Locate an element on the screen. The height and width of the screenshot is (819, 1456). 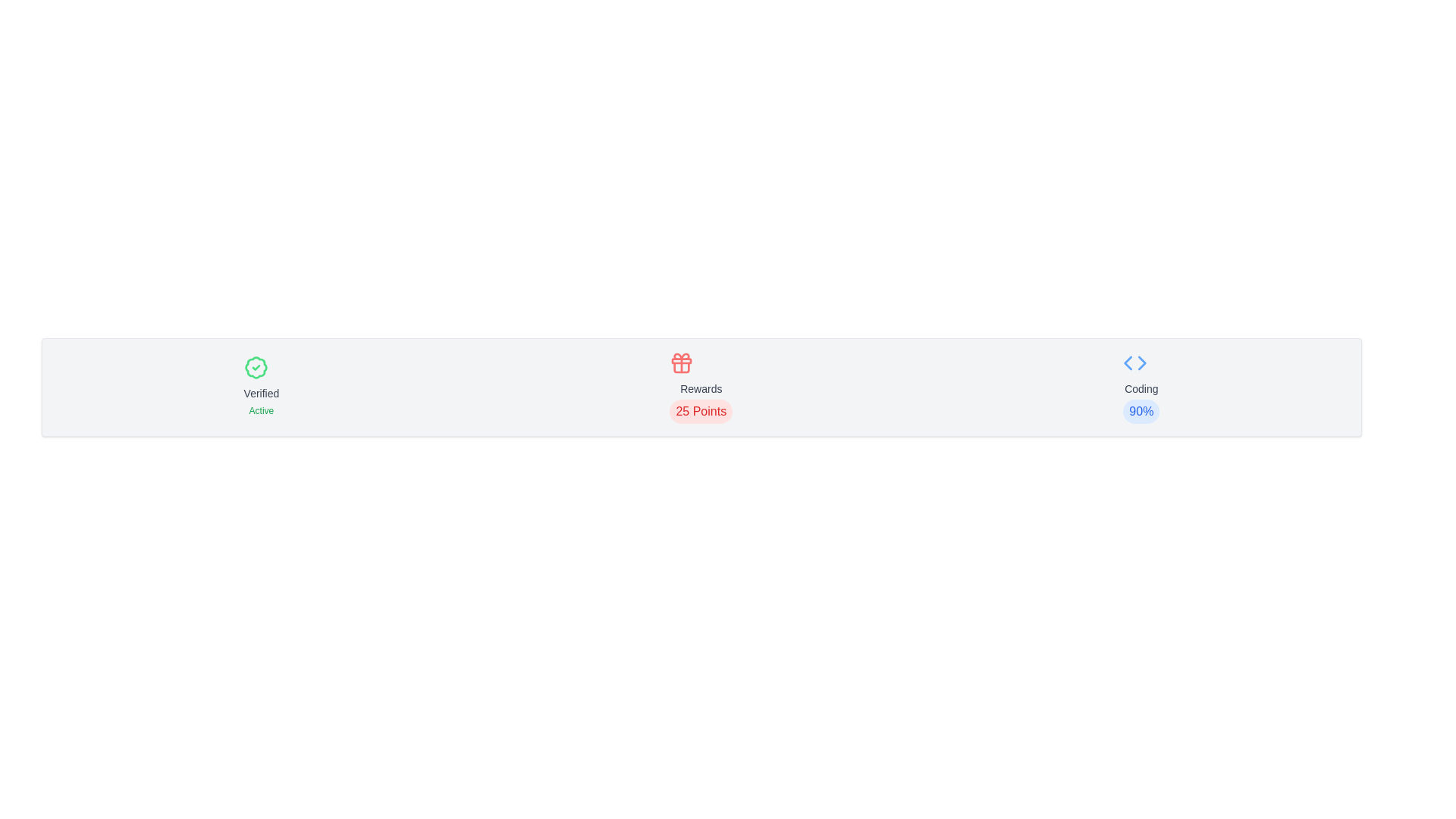
the circular badge with a green outline and central checkmark symbol, which signifies a verified status, located in the left section of the layout above the text 'Verified' and 'Active' is located at coordinates (256, 368).